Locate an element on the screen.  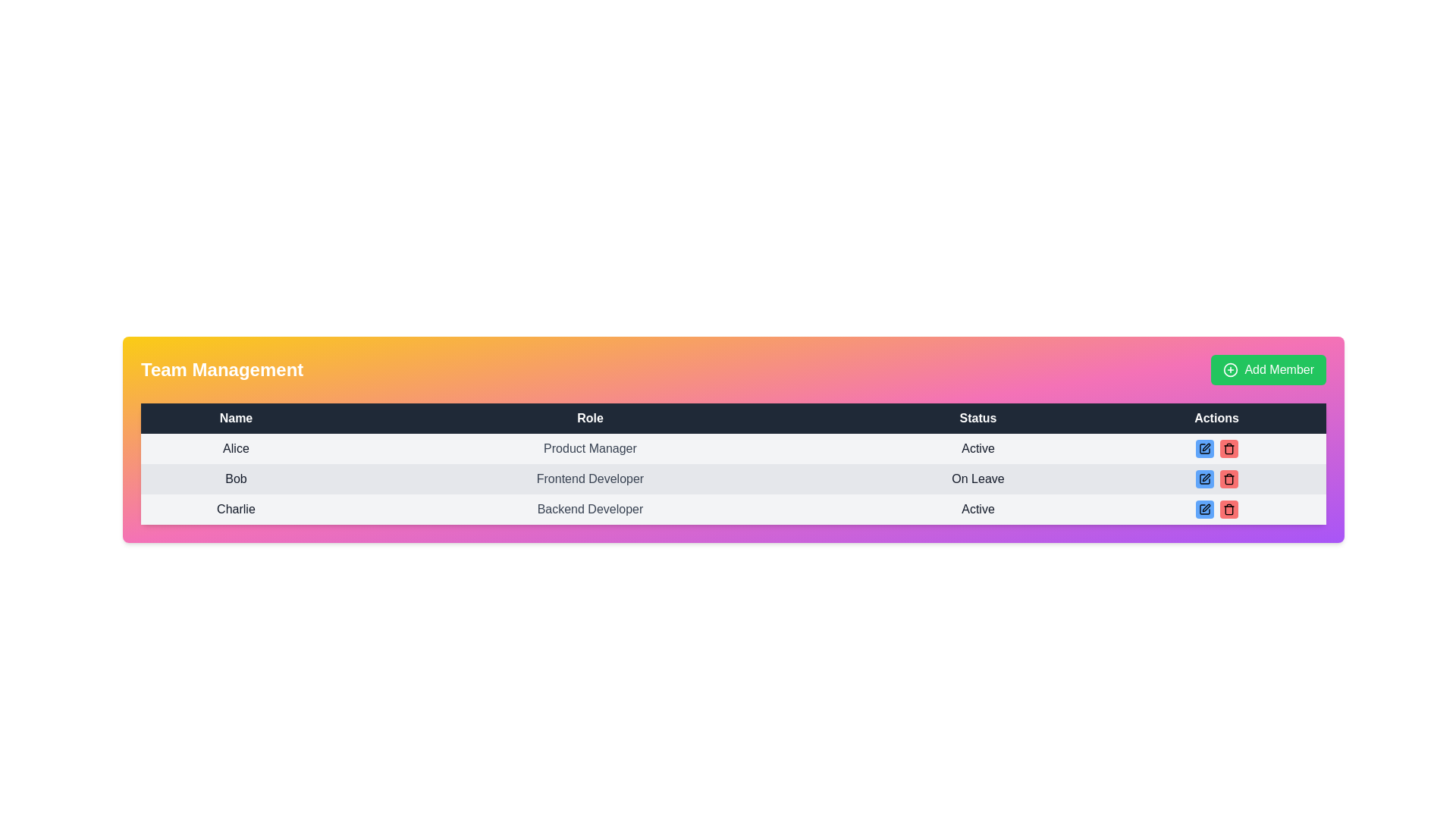
the Text Label displaying the name of a team member in the team management table, located in the first text of the third row and the leftmost column labeled 'Name' is located at coordinates (235, 509).